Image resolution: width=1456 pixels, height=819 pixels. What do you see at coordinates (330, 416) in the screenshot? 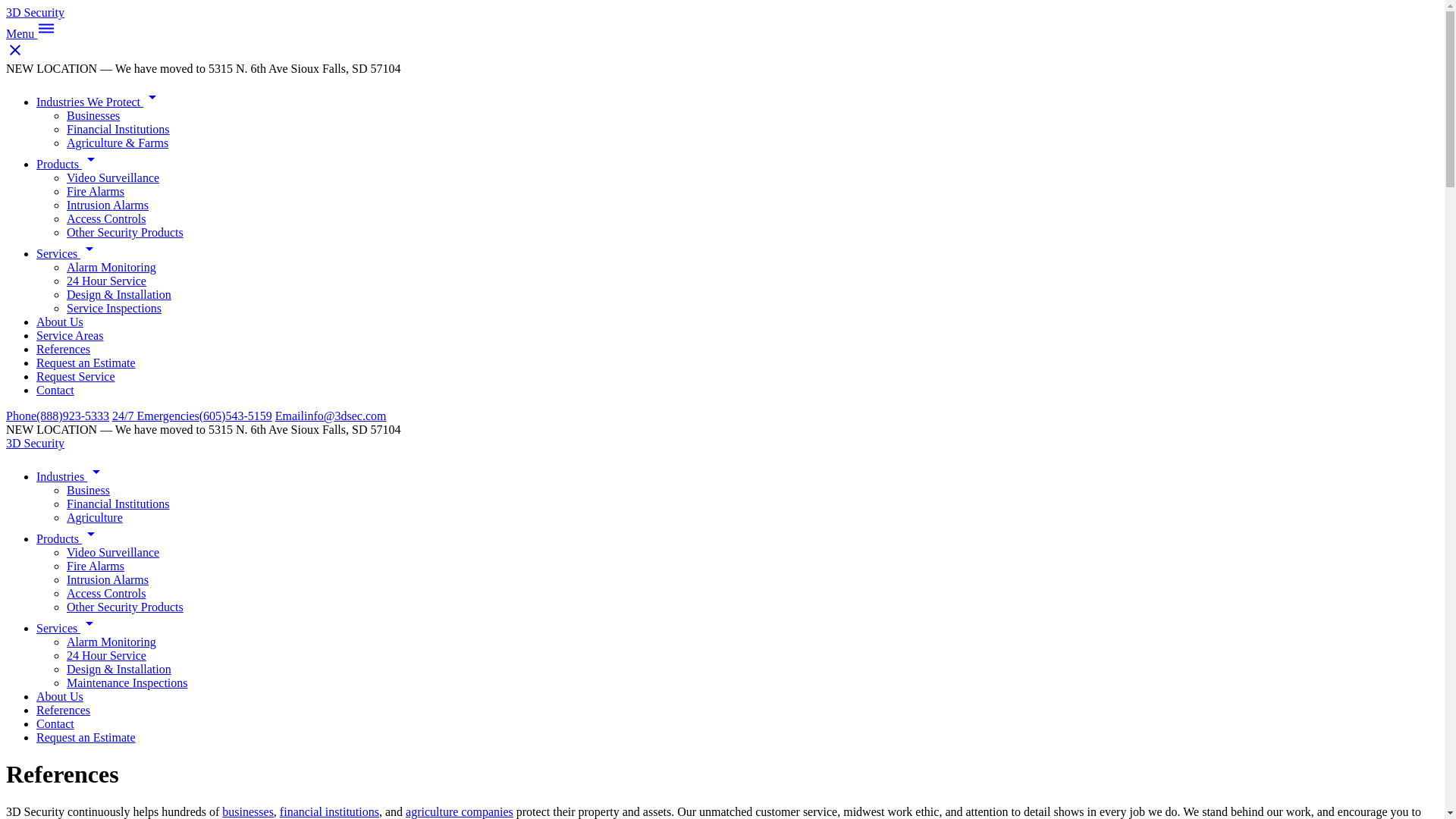
I see `'Emailinfo@3dsec.com'` at bounding box center [330, 416].